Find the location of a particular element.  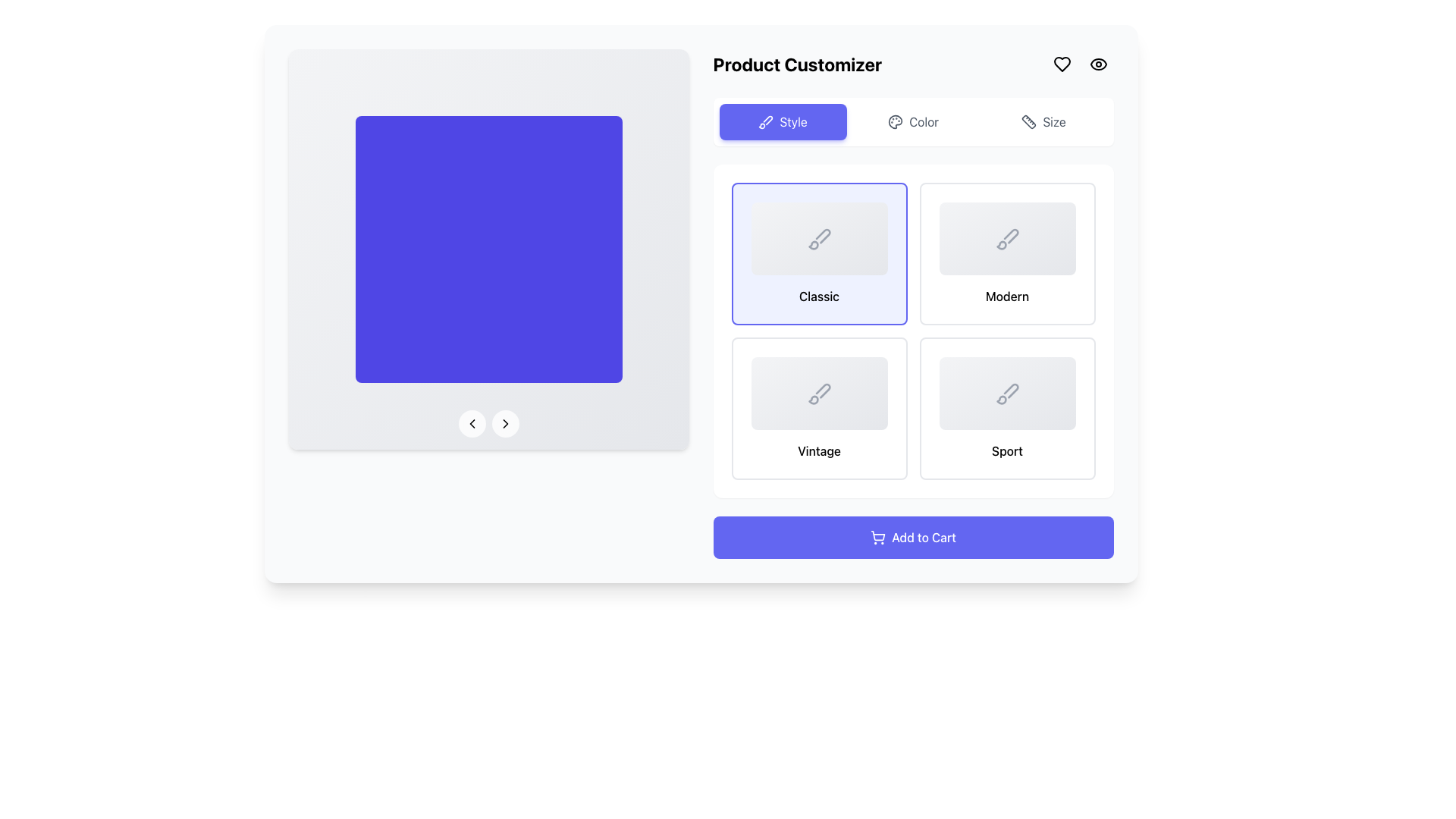

the card labeled 'Vintage' which is located in the second row, first column of the grid is located at coordinates (818, 408).